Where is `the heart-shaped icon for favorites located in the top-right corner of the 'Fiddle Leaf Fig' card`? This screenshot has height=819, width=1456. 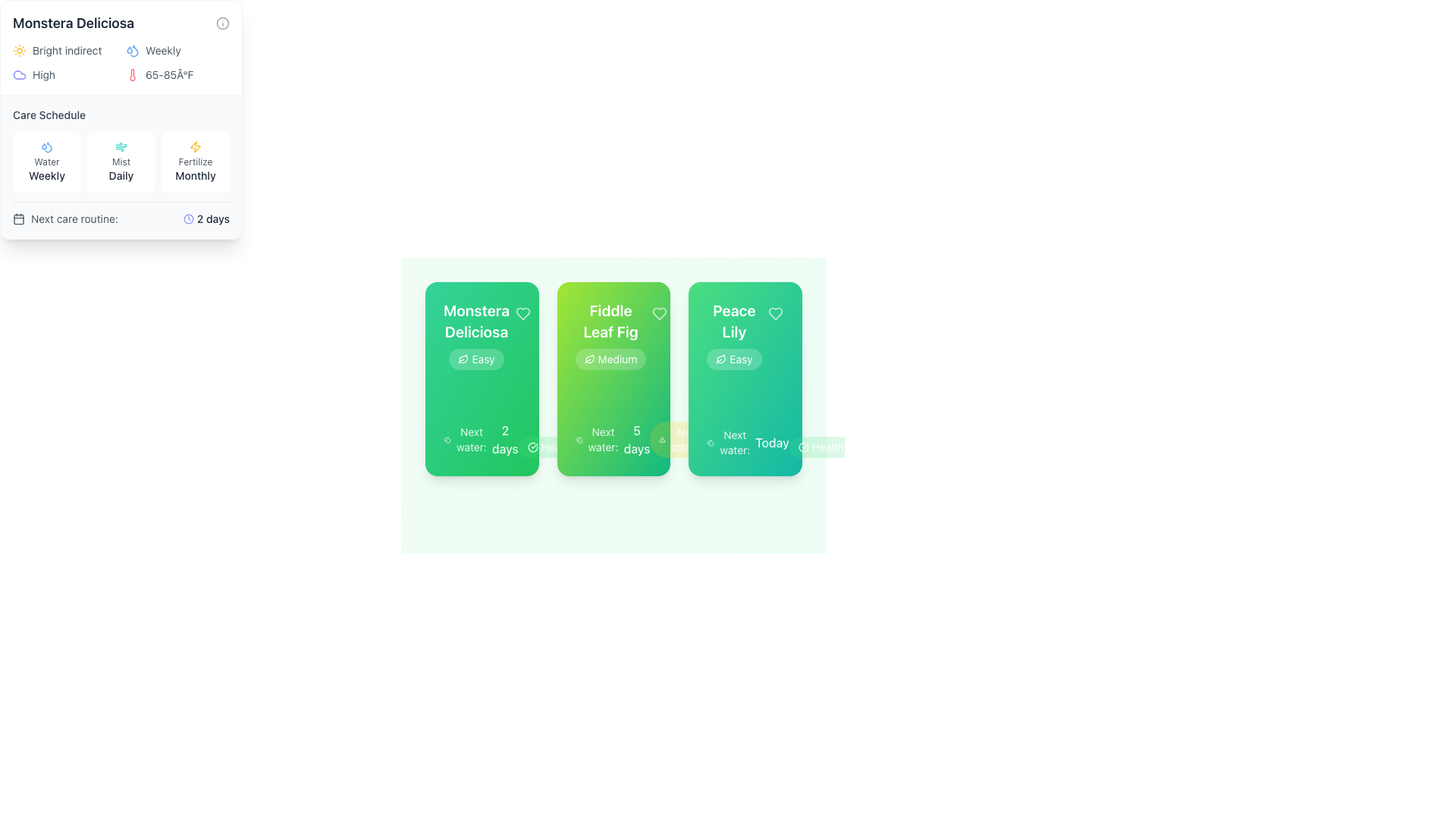
the heart-shaped icon for favorites located in the top-right corner of the 'Fiddle Leaf Fig' card is located at coordinates (660, 312).